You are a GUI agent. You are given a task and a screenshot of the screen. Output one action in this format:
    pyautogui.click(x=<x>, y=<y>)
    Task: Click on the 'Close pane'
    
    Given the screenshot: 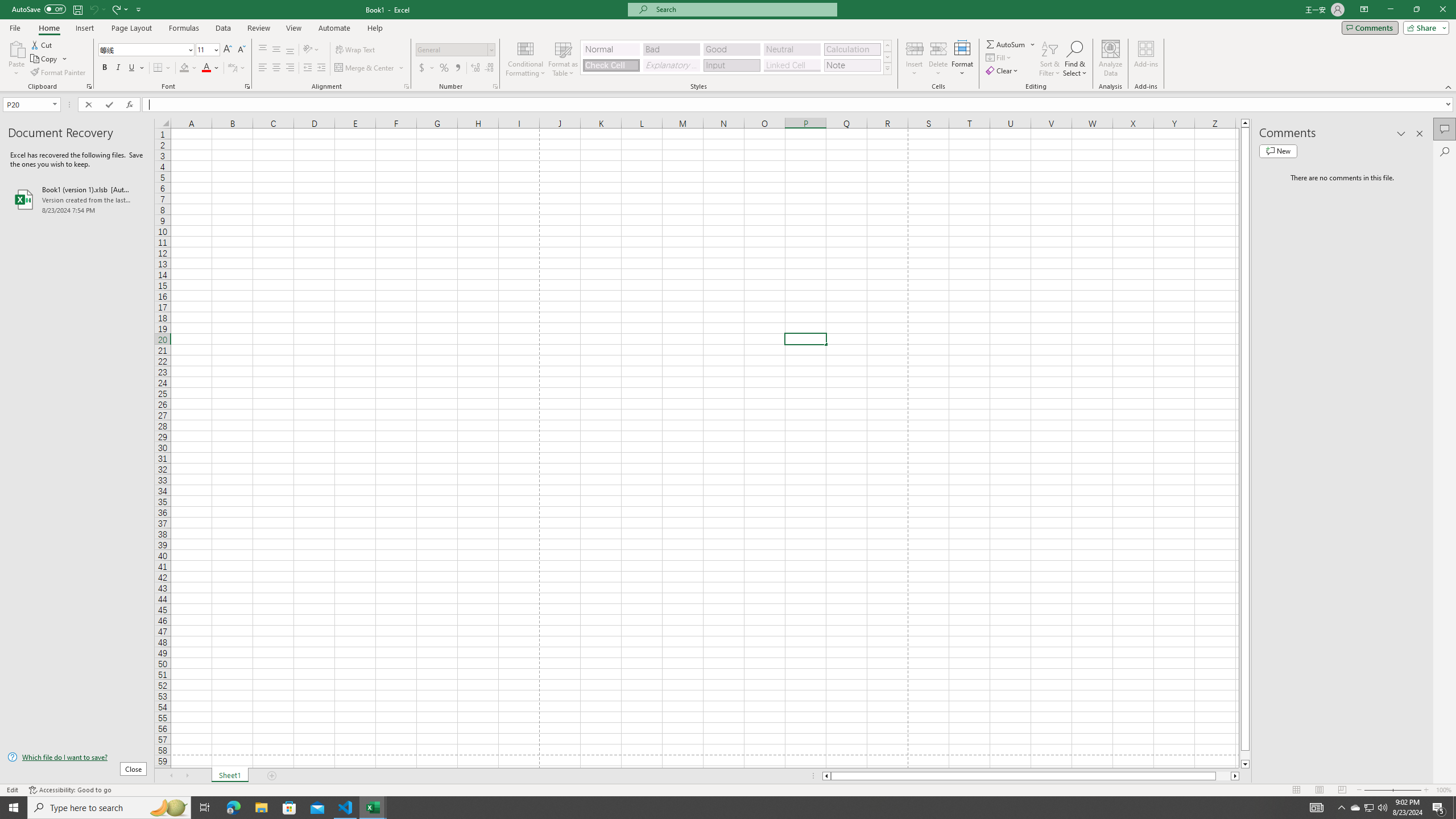 What is the action you would take?
    pyautogui.click(x=1419, y=133)
    